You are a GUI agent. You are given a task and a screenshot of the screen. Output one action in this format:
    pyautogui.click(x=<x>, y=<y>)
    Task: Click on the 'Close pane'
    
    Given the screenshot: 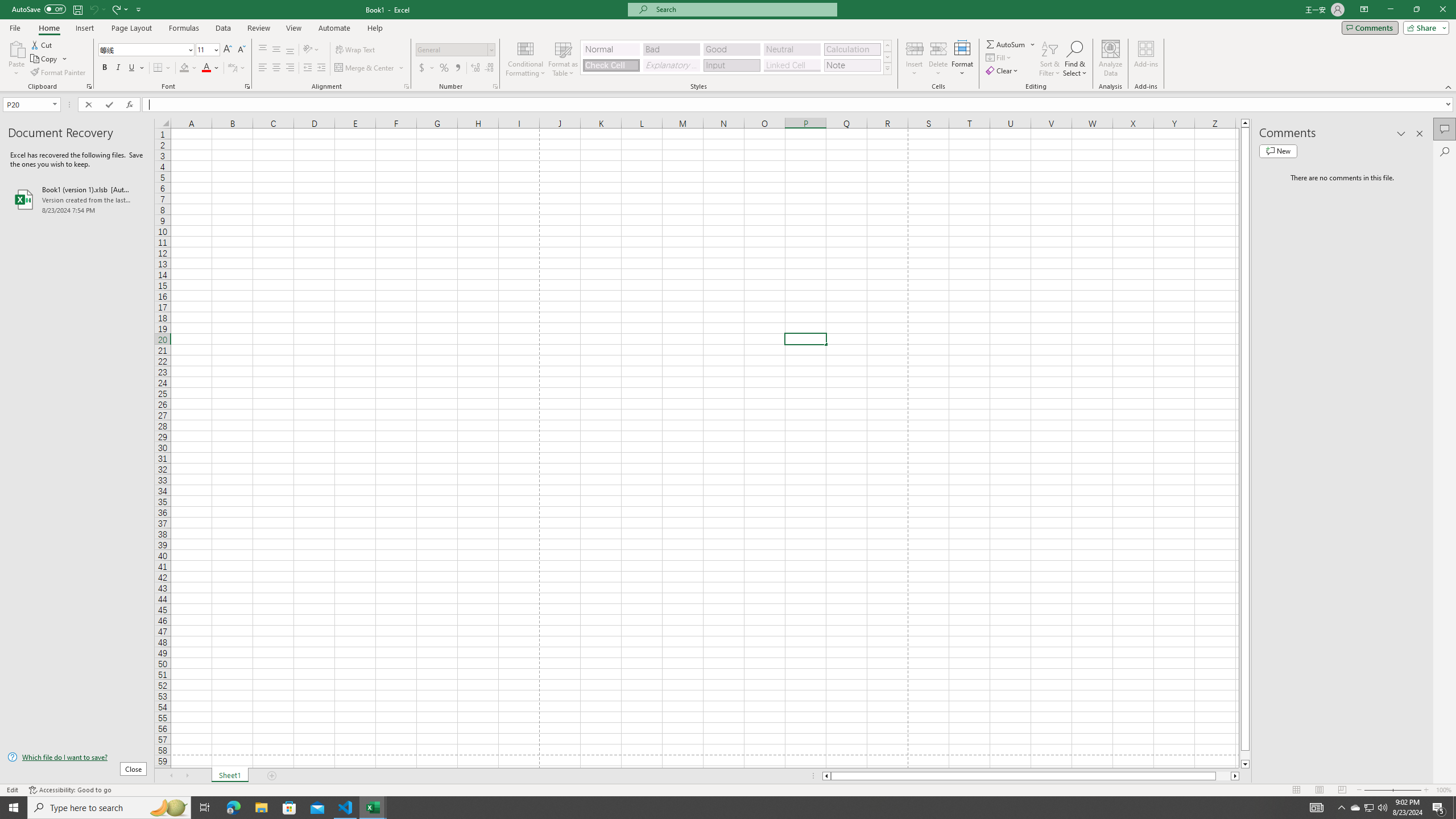 What is the action you would take?
    pyautogui.click(x=1419, y=133)
    